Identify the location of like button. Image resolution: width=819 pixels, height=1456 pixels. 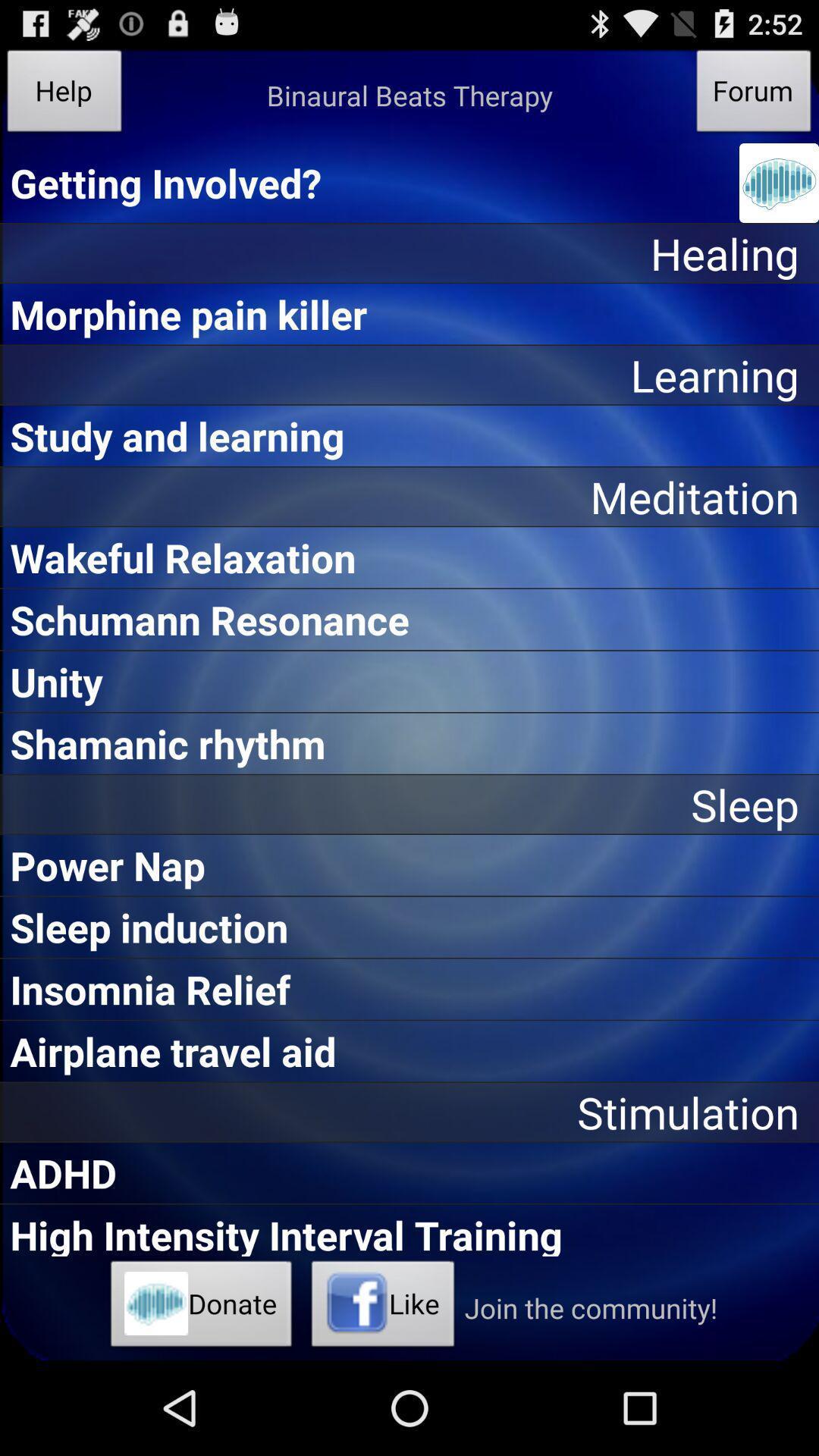
(382, 1307).